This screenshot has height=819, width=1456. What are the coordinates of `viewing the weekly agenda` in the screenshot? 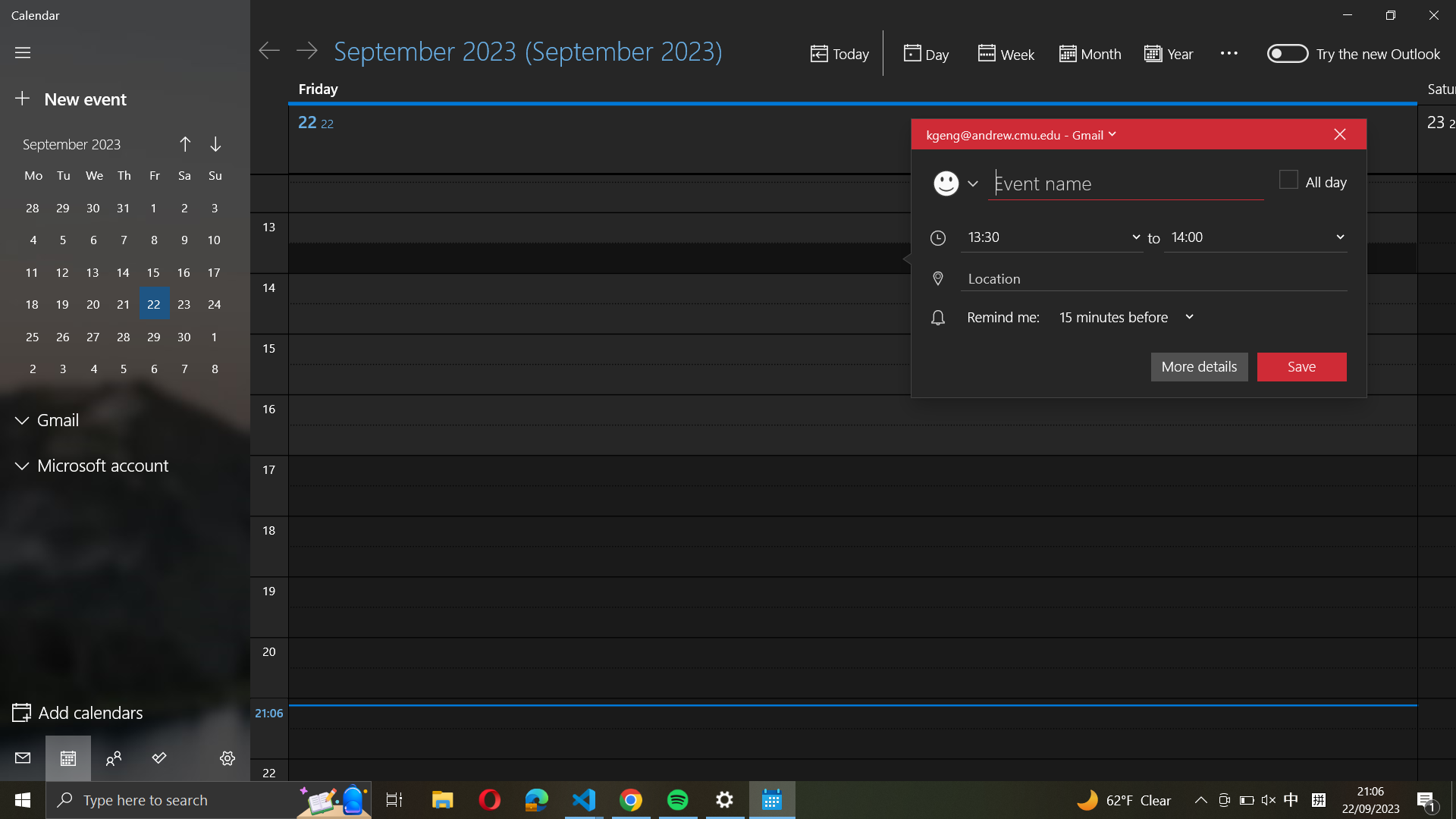 It's located at (1004, 53).